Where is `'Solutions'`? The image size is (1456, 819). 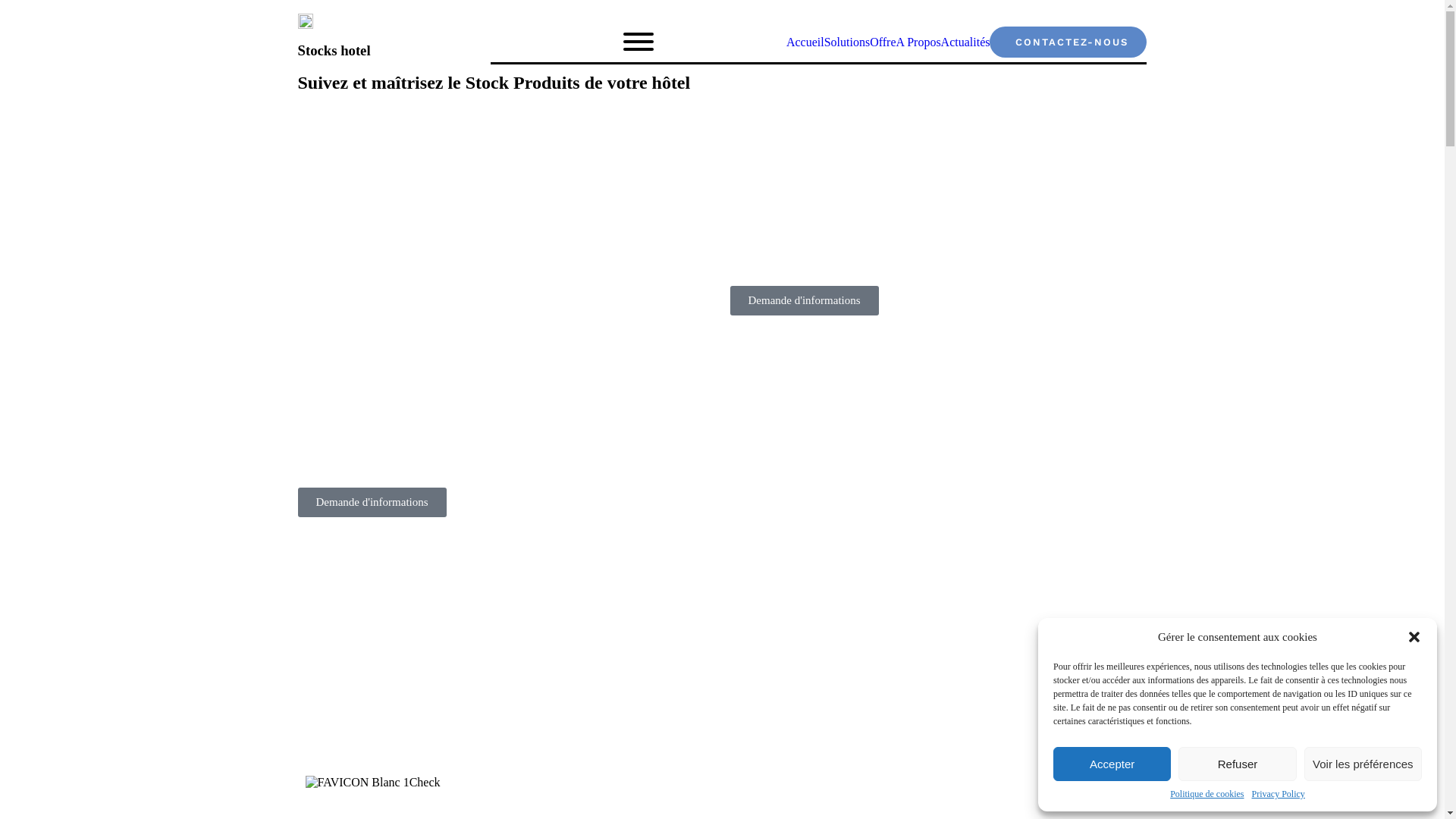 'Solutions' is located at coordinates (846, 41).